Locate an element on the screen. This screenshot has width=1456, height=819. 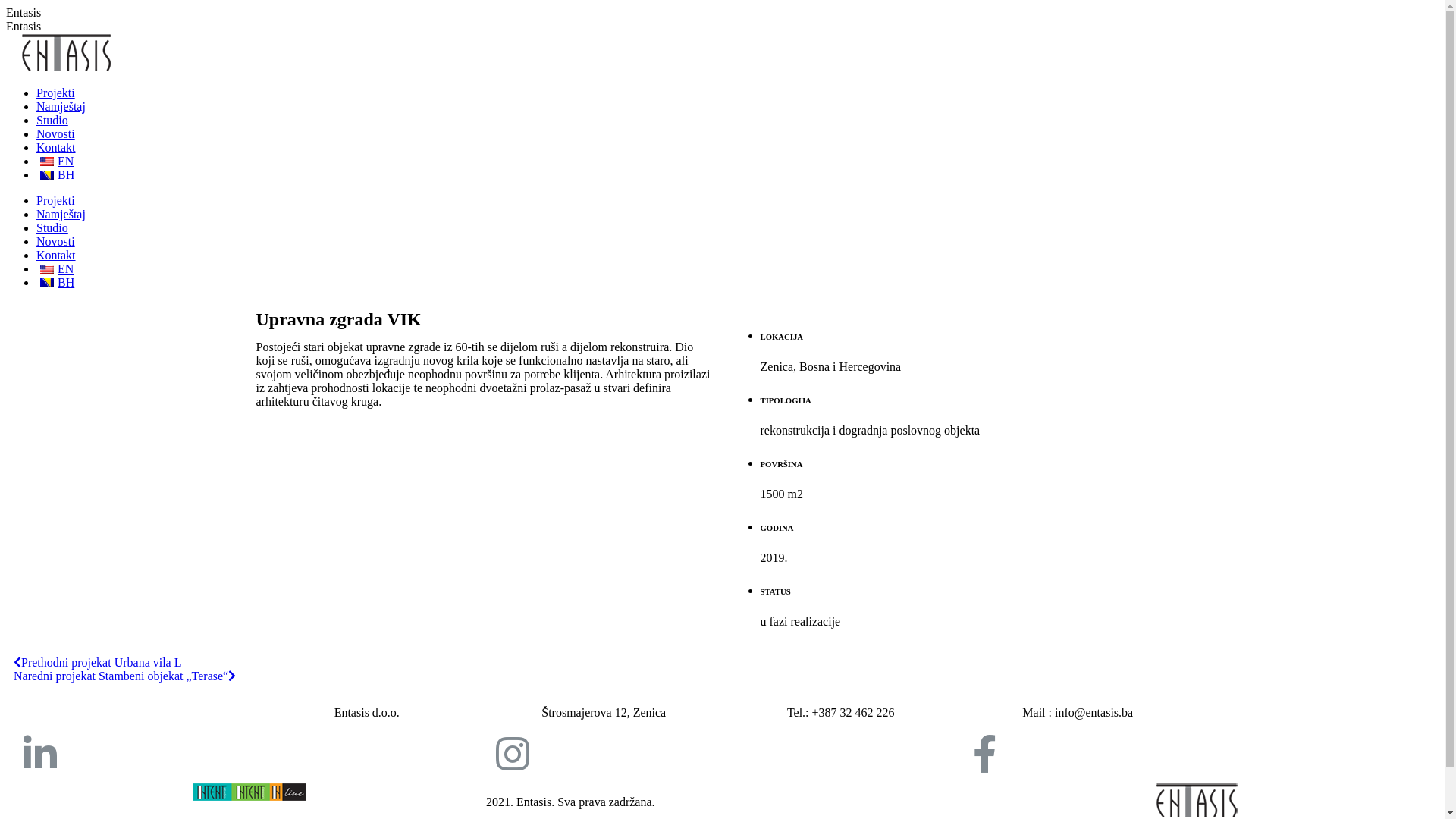
'BH' is located at coordinates (55, 282).